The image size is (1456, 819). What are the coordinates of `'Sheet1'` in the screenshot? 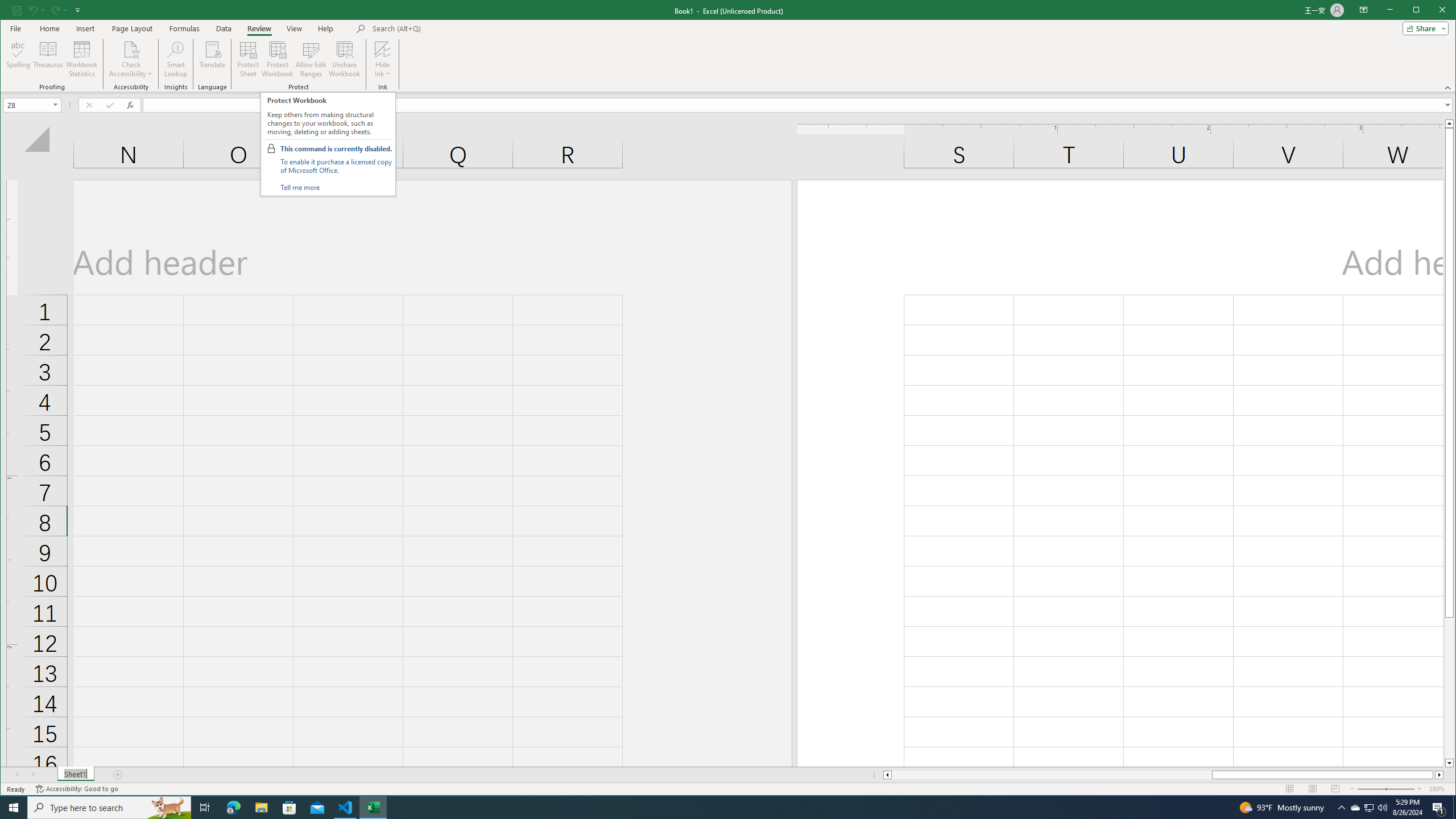 It's located at (76, 775).